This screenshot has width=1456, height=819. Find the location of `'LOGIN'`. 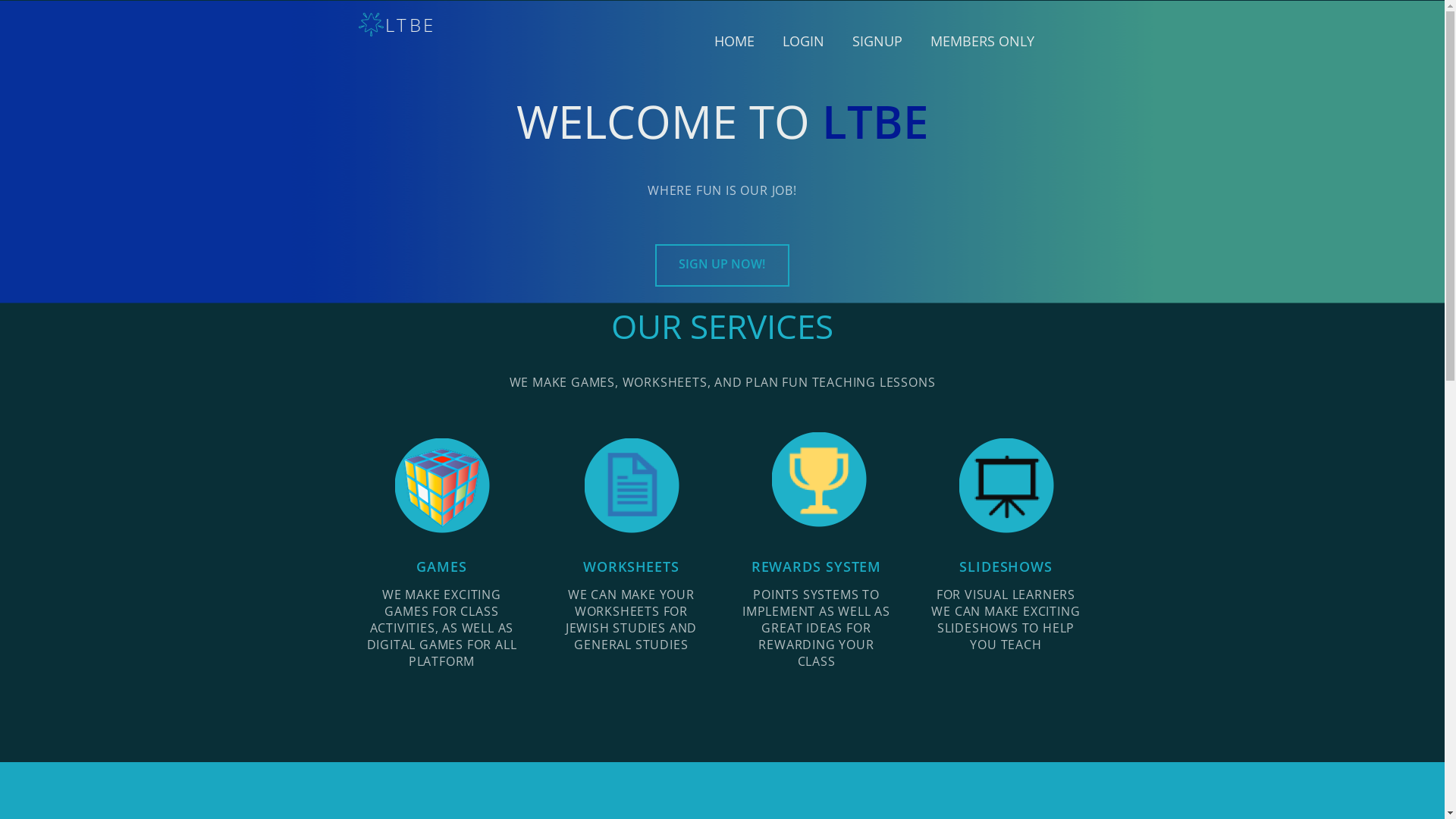

'LOGIN' is located at coordinates (802, 40).